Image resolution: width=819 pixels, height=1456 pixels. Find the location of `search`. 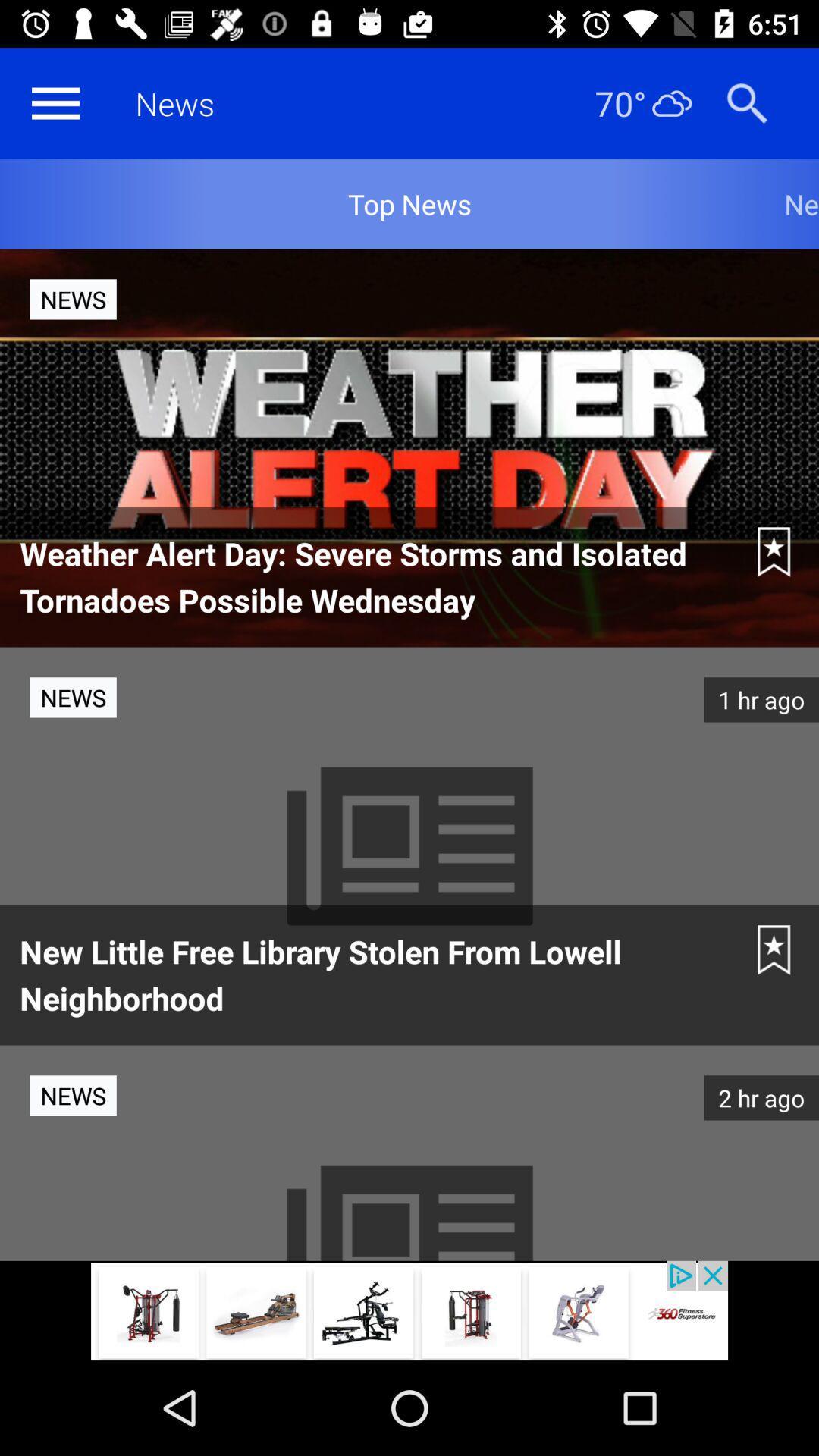

search is located at coordinates (746, 102).